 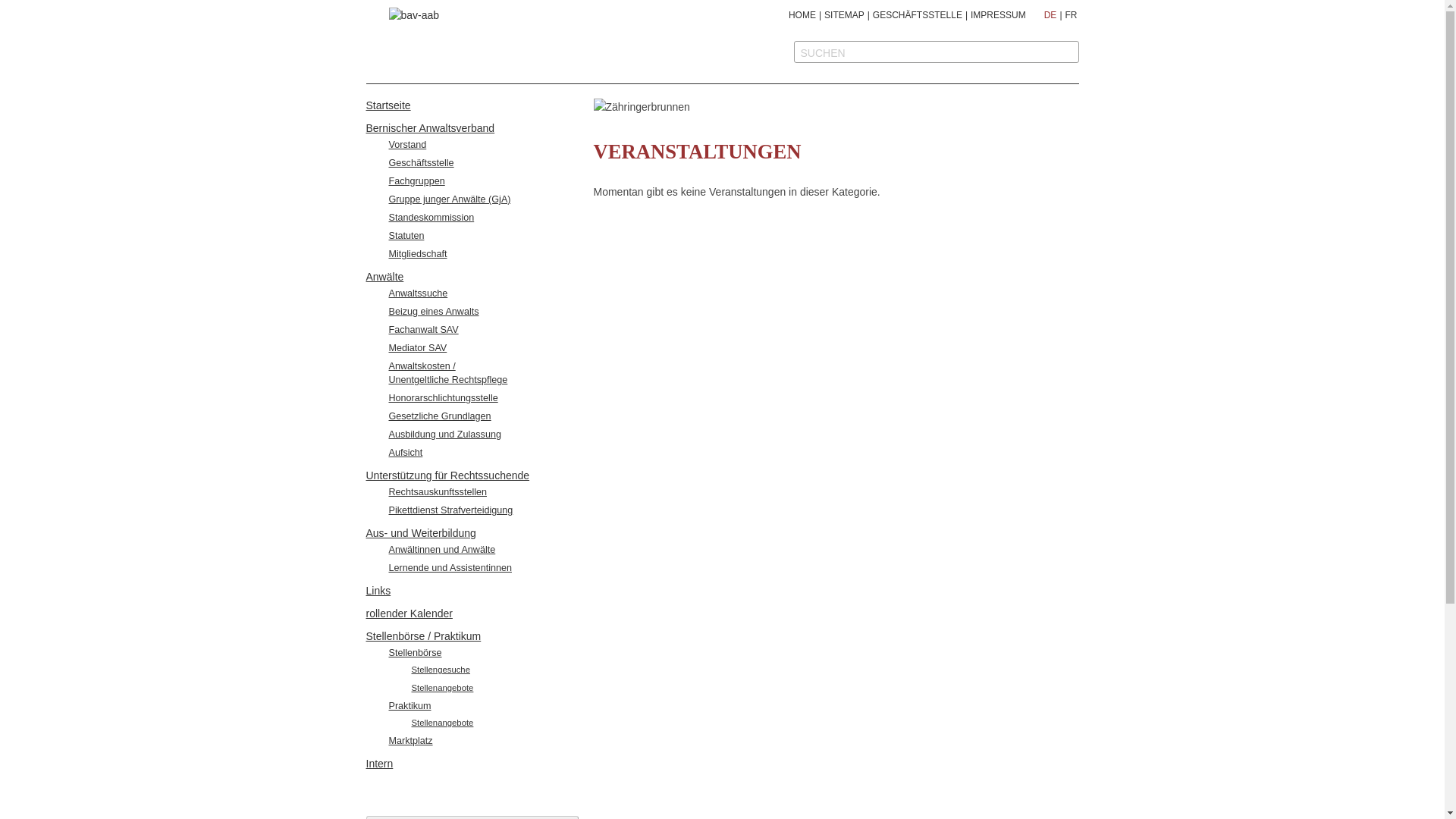 I want to click on 'Fachgruppen', so click(x=388, y=180).